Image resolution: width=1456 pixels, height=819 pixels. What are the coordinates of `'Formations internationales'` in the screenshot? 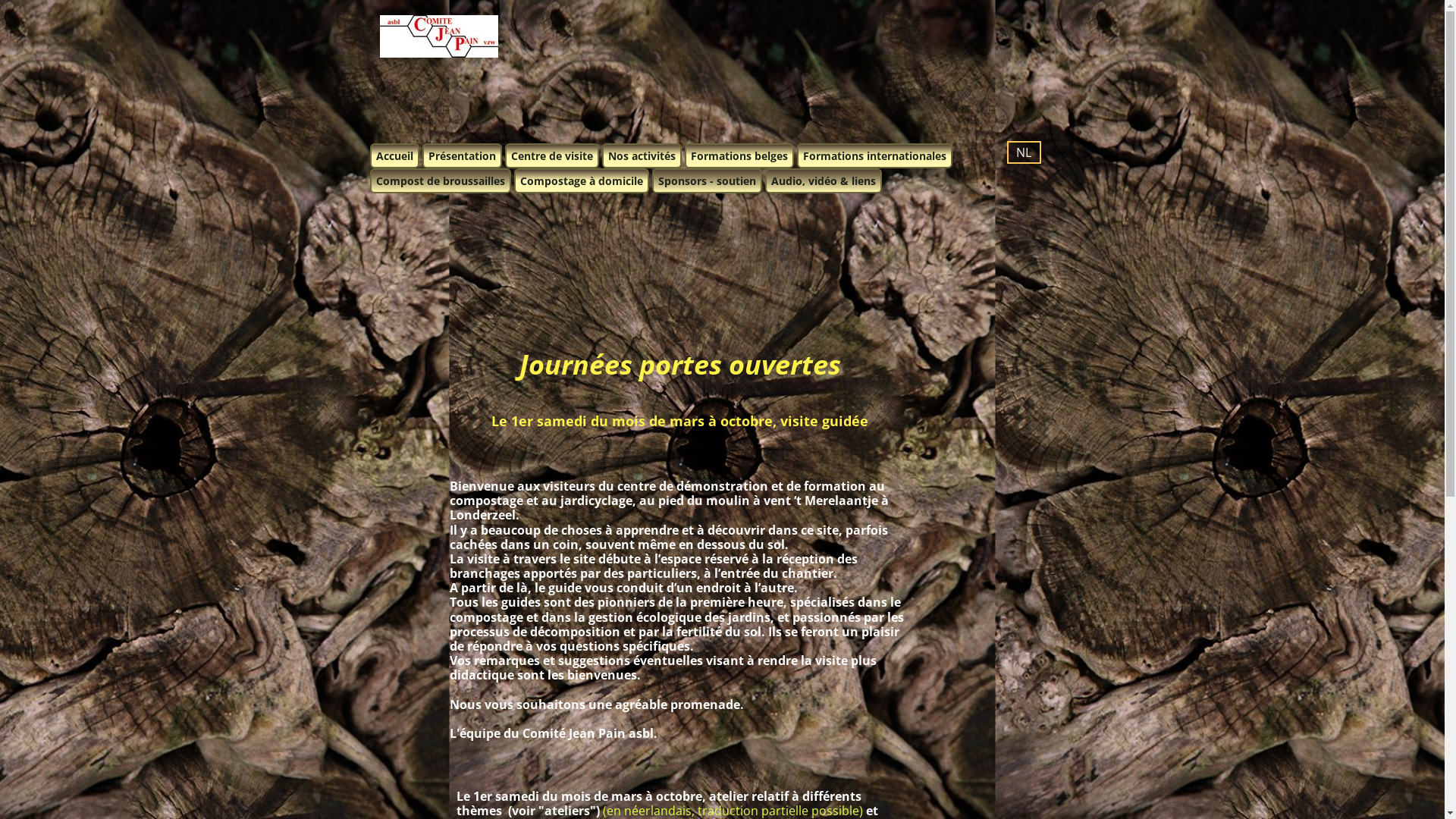 It's located at (874, 155).